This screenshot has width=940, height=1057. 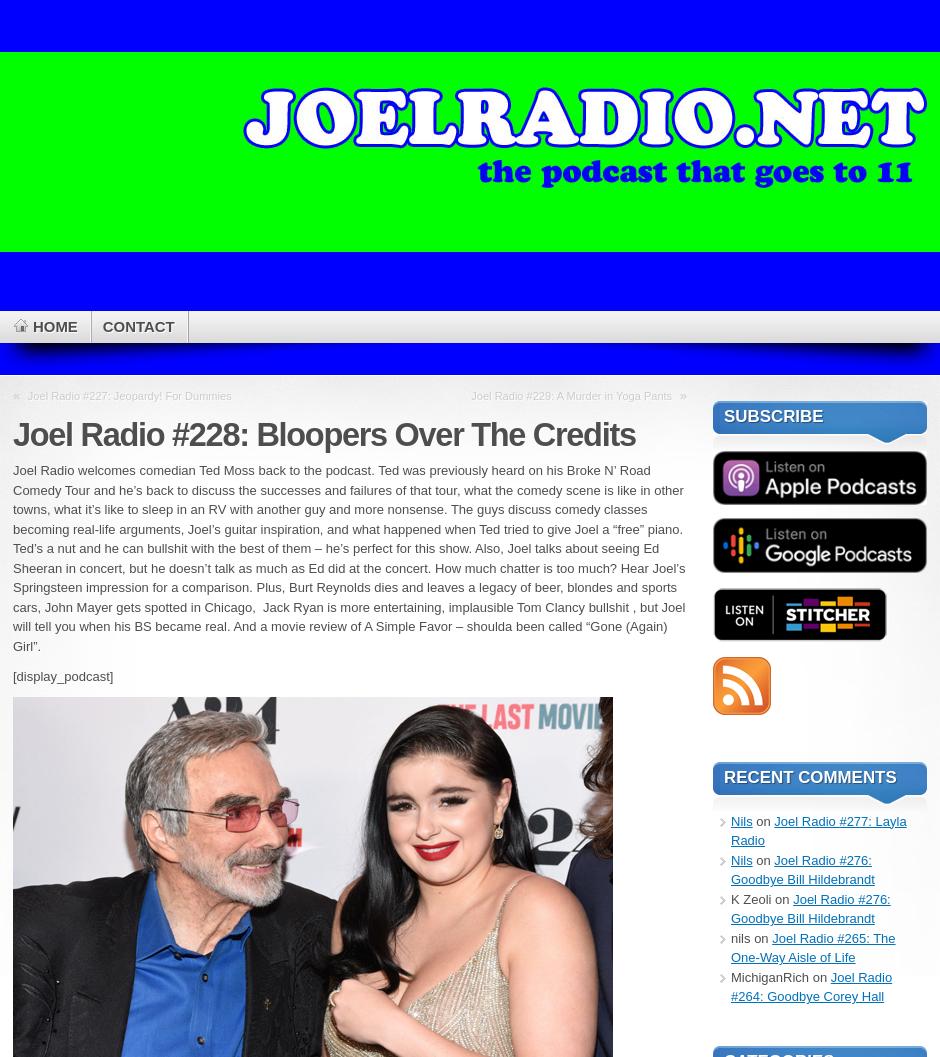 I want to click on 'Joel Radio #264: Goodbye Corey Hall', so click(x=811, y=985).